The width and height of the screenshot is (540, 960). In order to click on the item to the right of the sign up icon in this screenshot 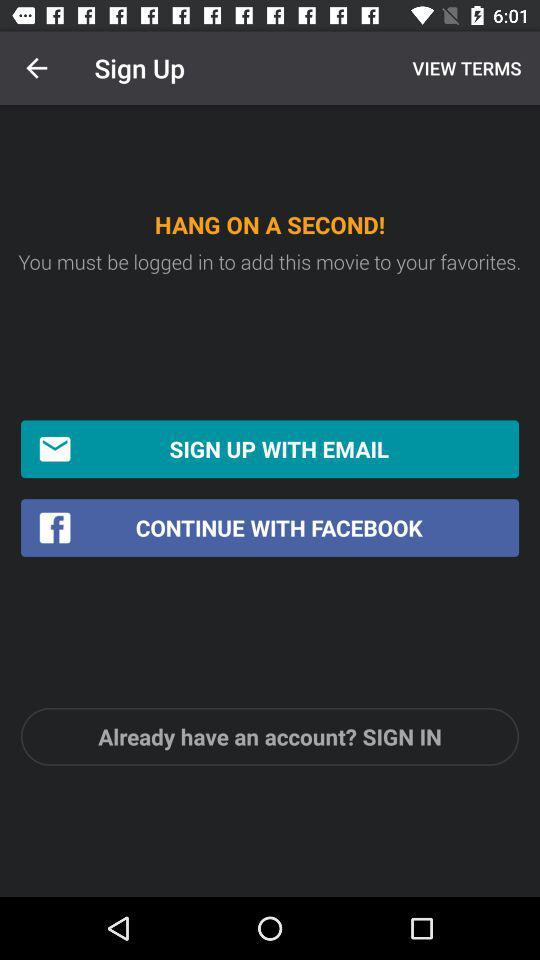, I will do `click(464, 68)`.